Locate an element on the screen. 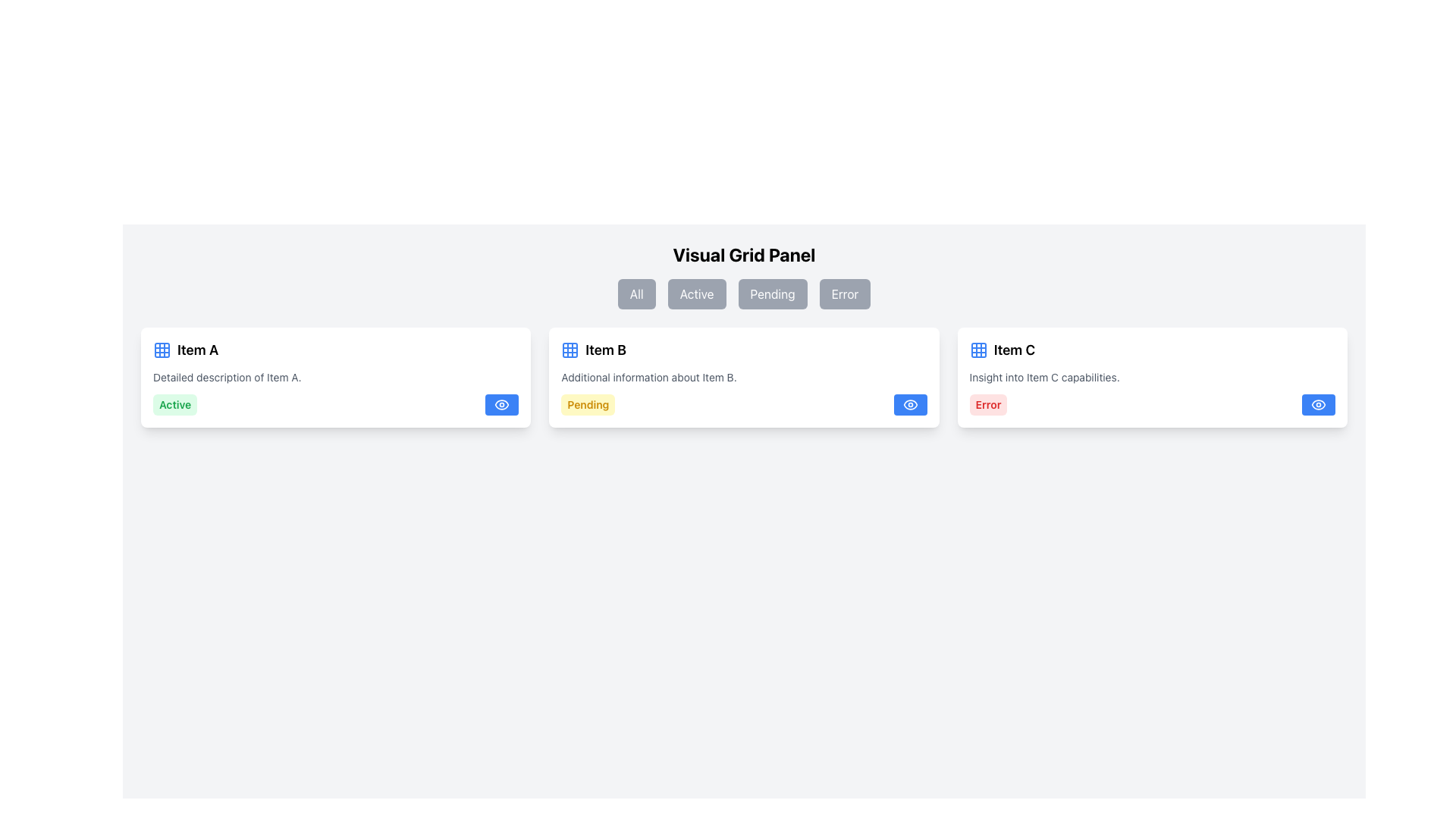 Image resolution: width=1456 pixels, height=819 pixels. the text label reading 'Visual Grid Panel', which is styled in bold and large font, and centrally displayed at the top of the interface is located at coordinates (744, 253).